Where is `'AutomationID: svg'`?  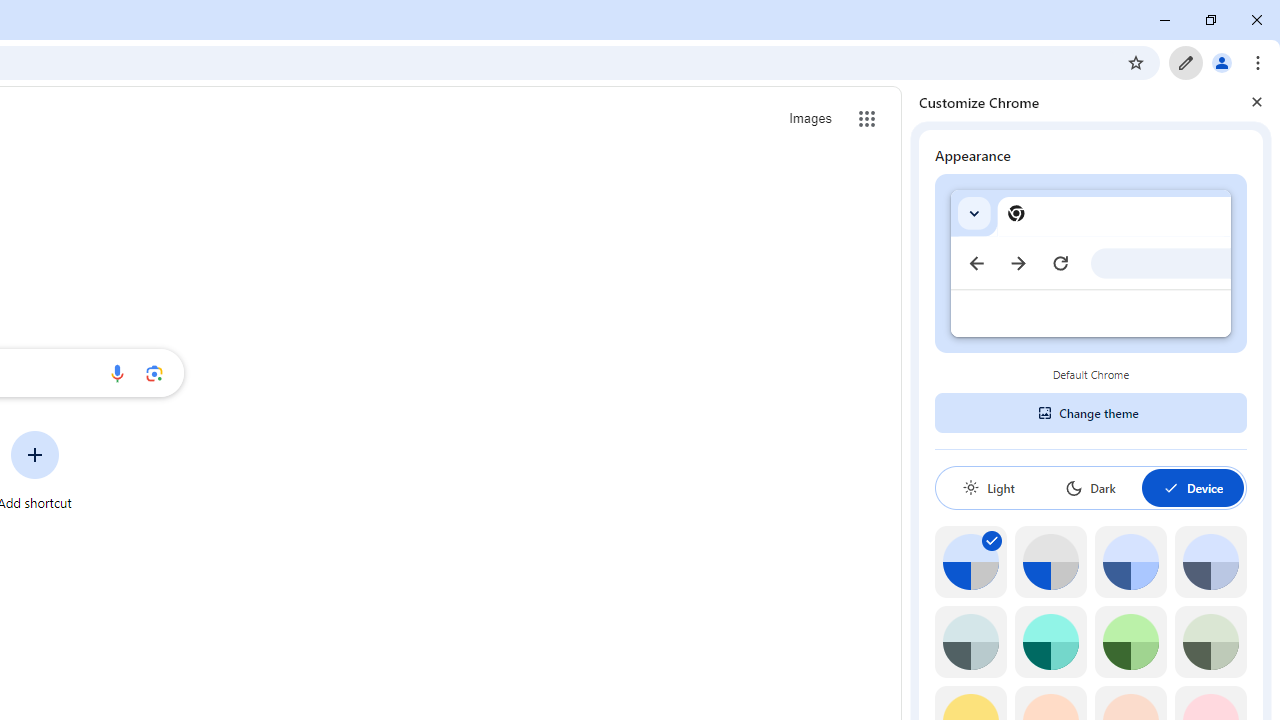
'AutomationID: svg' is located at coordinates (992, 541).